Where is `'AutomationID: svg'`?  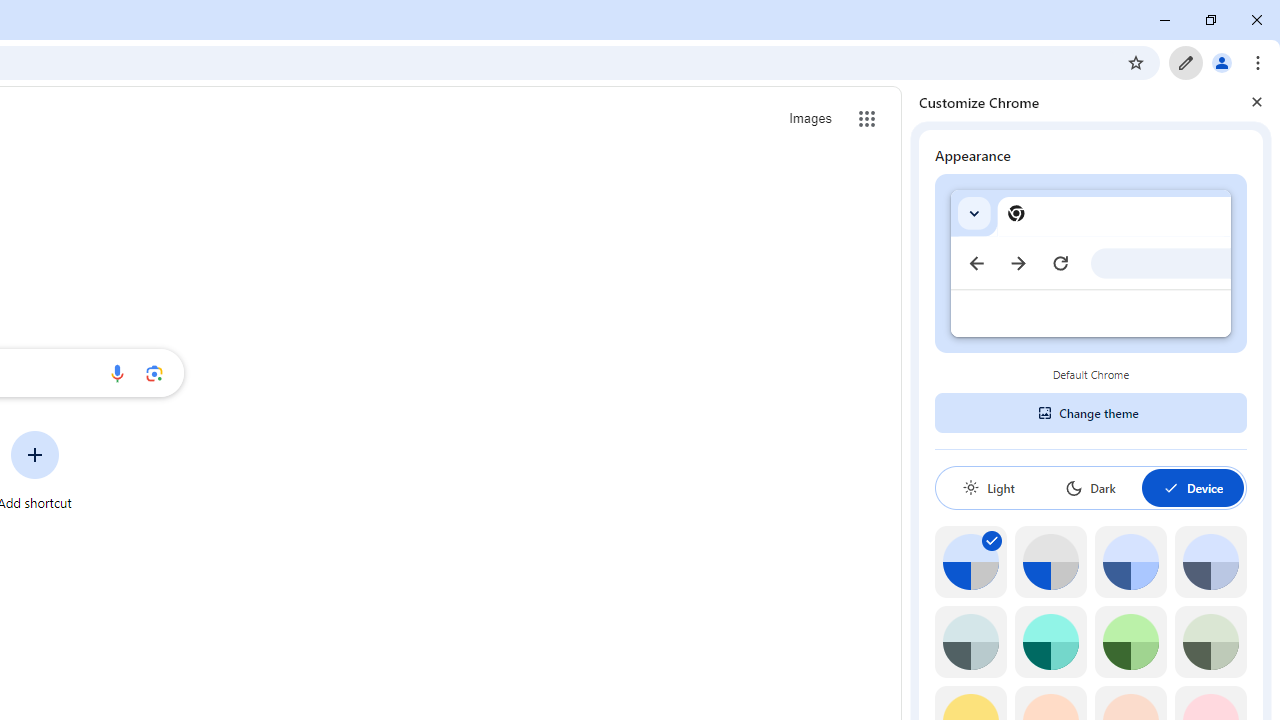
'AutomationID: svg' is located at coordinates (992, 541).